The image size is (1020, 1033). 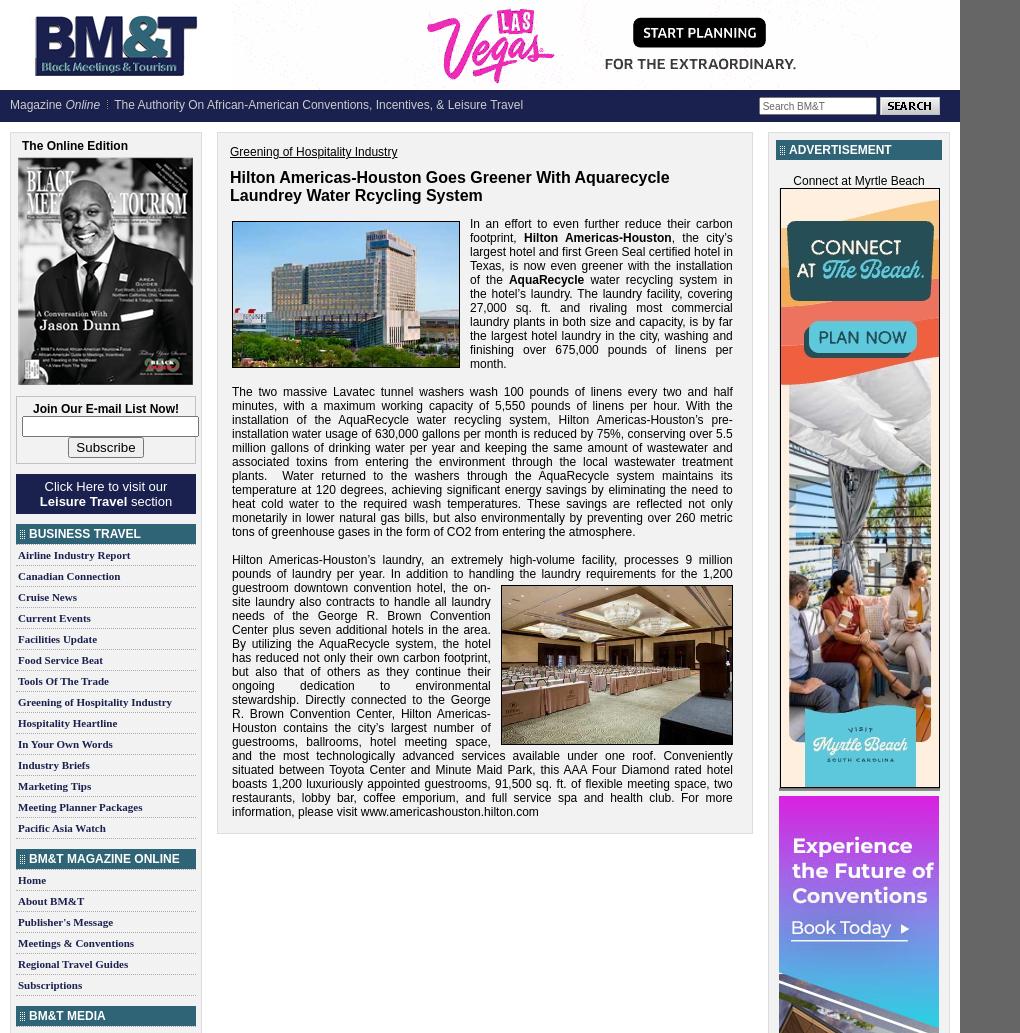 What do you see at coordinates (839, 149) in the screenshot?
I see `'Advertisement'` at bounding box center [839, 149].